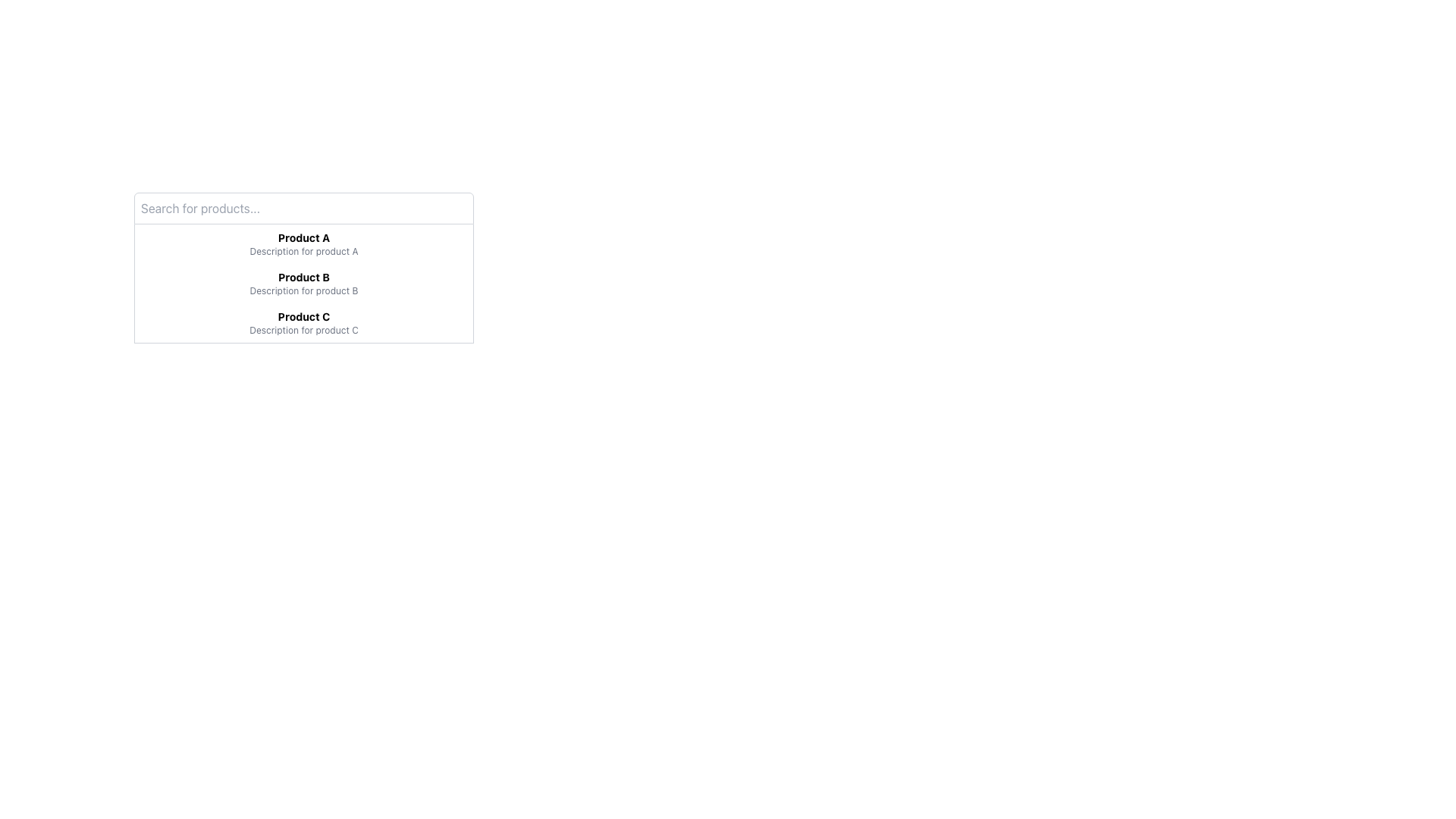 The height and width of the screenshot is (819, 1456). I want to click on the bolded text label displaying 'Product A' at the top of the dropdown list to interact with the item, so click(303, 237).